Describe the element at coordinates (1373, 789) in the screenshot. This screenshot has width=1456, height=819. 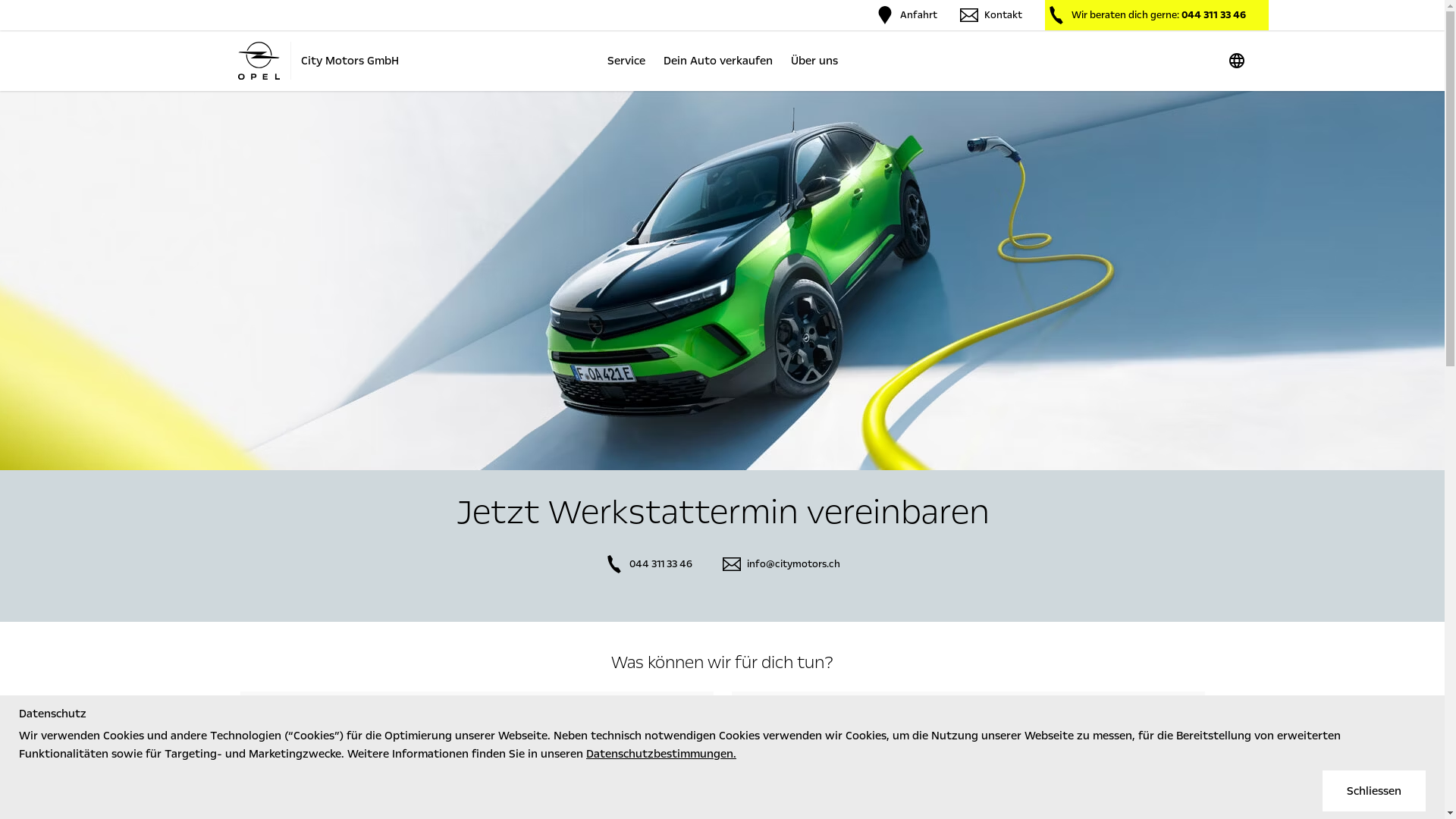
I see `'Schliessen'` at that location.